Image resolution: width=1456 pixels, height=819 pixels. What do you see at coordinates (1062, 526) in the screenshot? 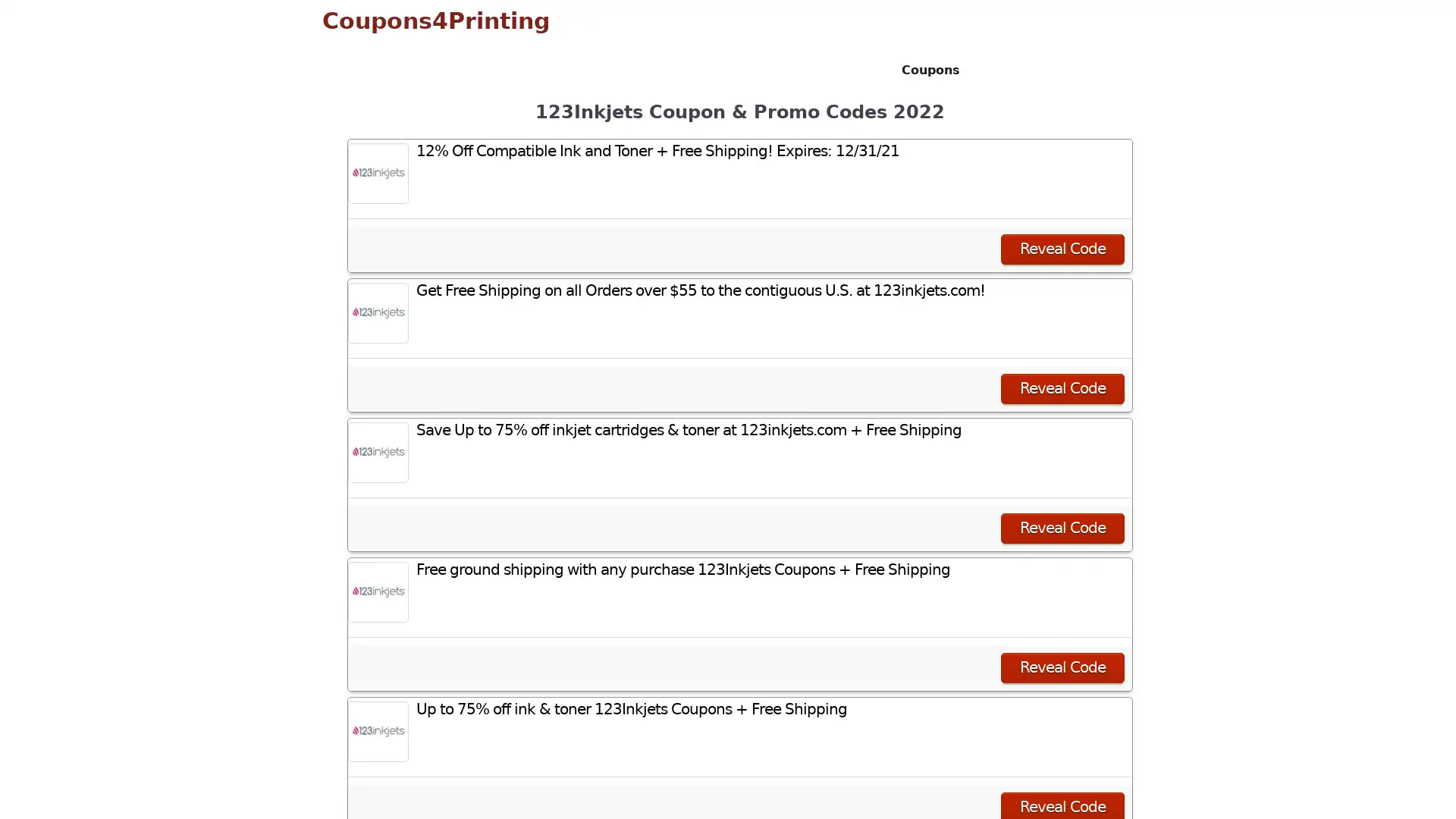
I see `Reveal Code` at bounding box center [1062, 526].